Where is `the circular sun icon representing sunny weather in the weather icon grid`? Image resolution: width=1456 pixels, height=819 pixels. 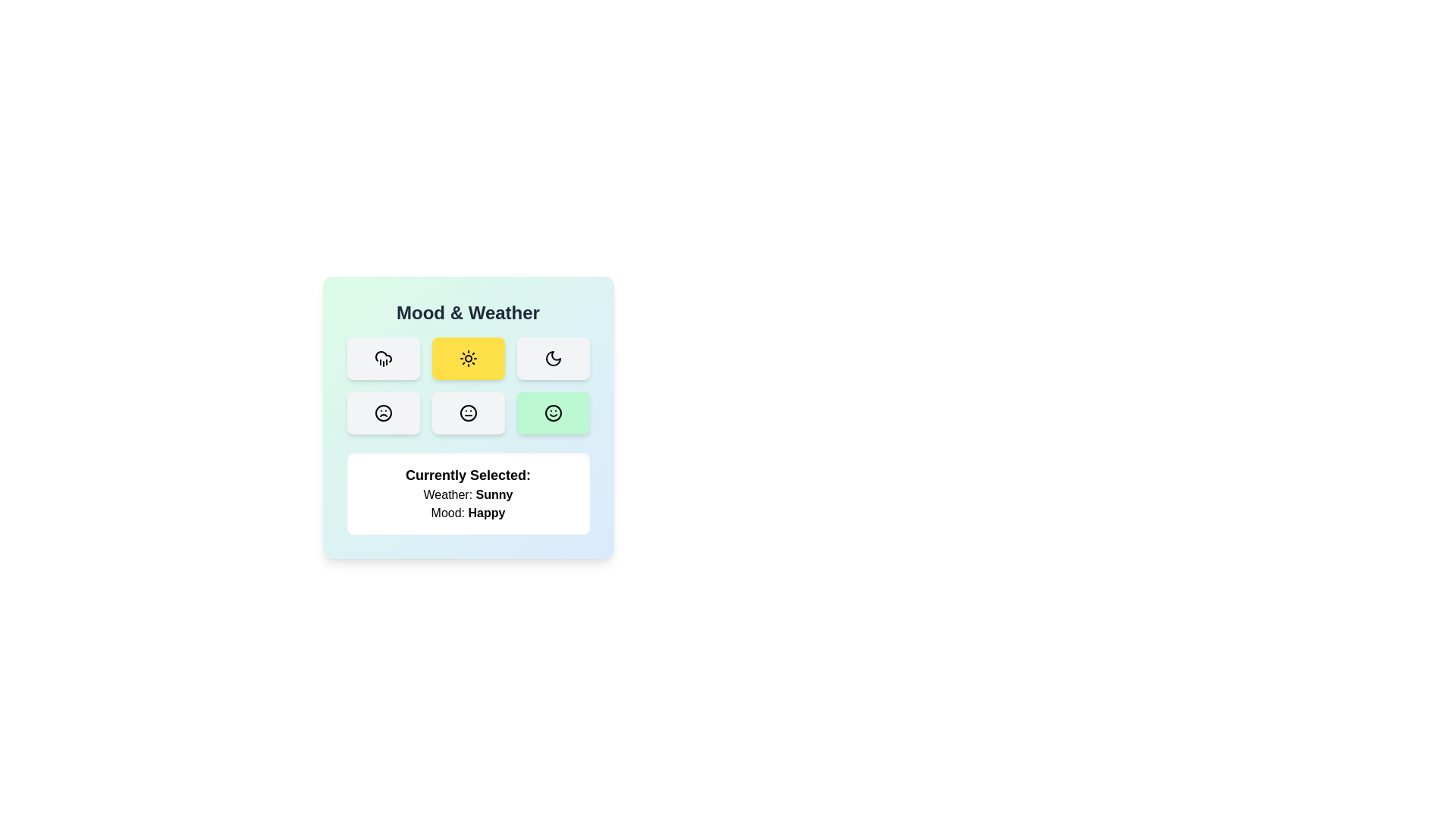 the circular sun icon representing sunny weather in the weather icon grid is located at coordinates (467, 359).